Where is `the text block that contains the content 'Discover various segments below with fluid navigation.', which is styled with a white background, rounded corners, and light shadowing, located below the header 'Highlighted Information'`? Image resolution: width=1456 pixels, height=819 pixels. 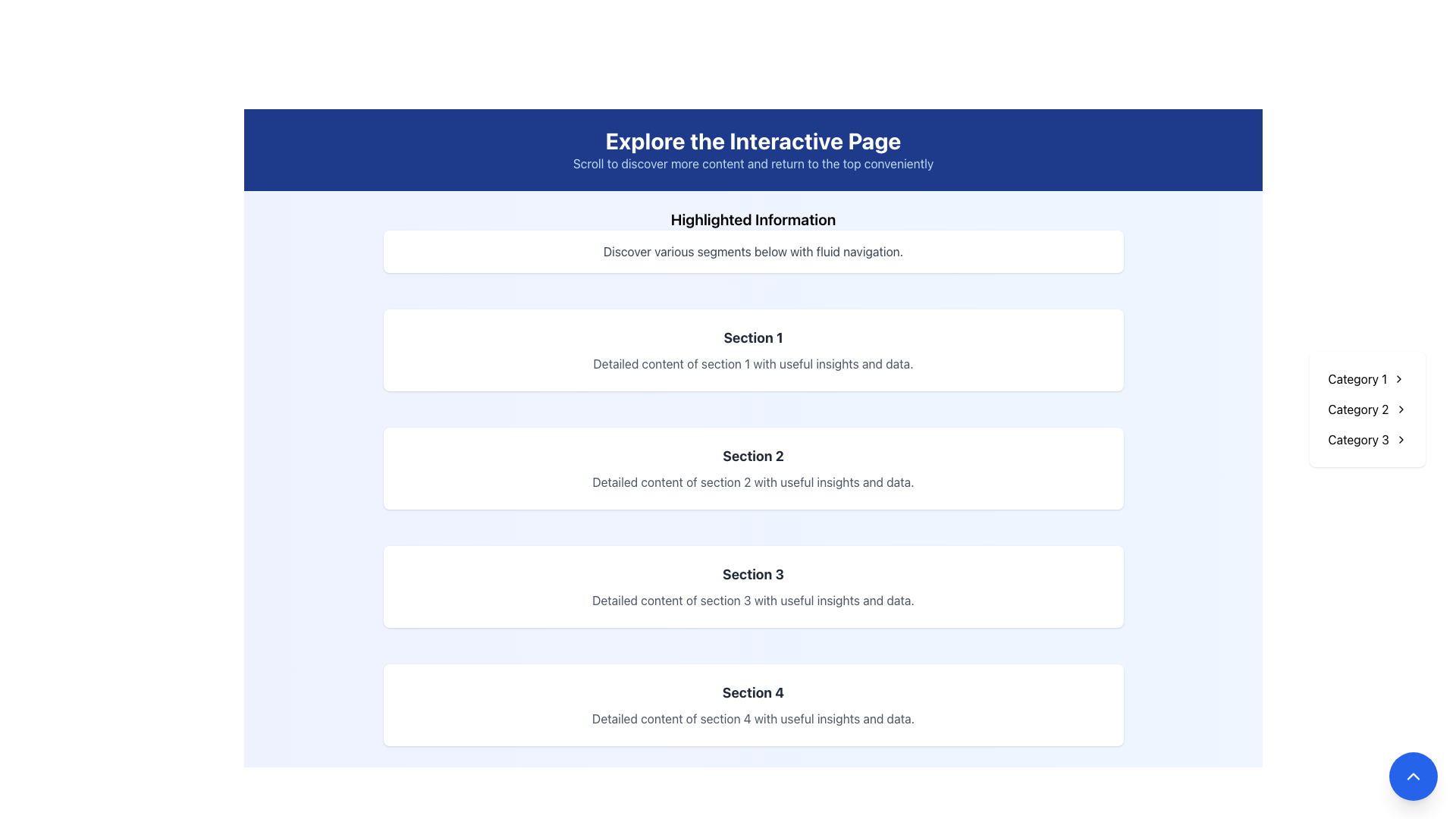 the text block that contains the content 'Discover various segments below with fluid navigation.', which is styled with a white background, rounded corners, and light shadowing, located below the header 'Highlighted Information' is located at coordinates (753, 250).